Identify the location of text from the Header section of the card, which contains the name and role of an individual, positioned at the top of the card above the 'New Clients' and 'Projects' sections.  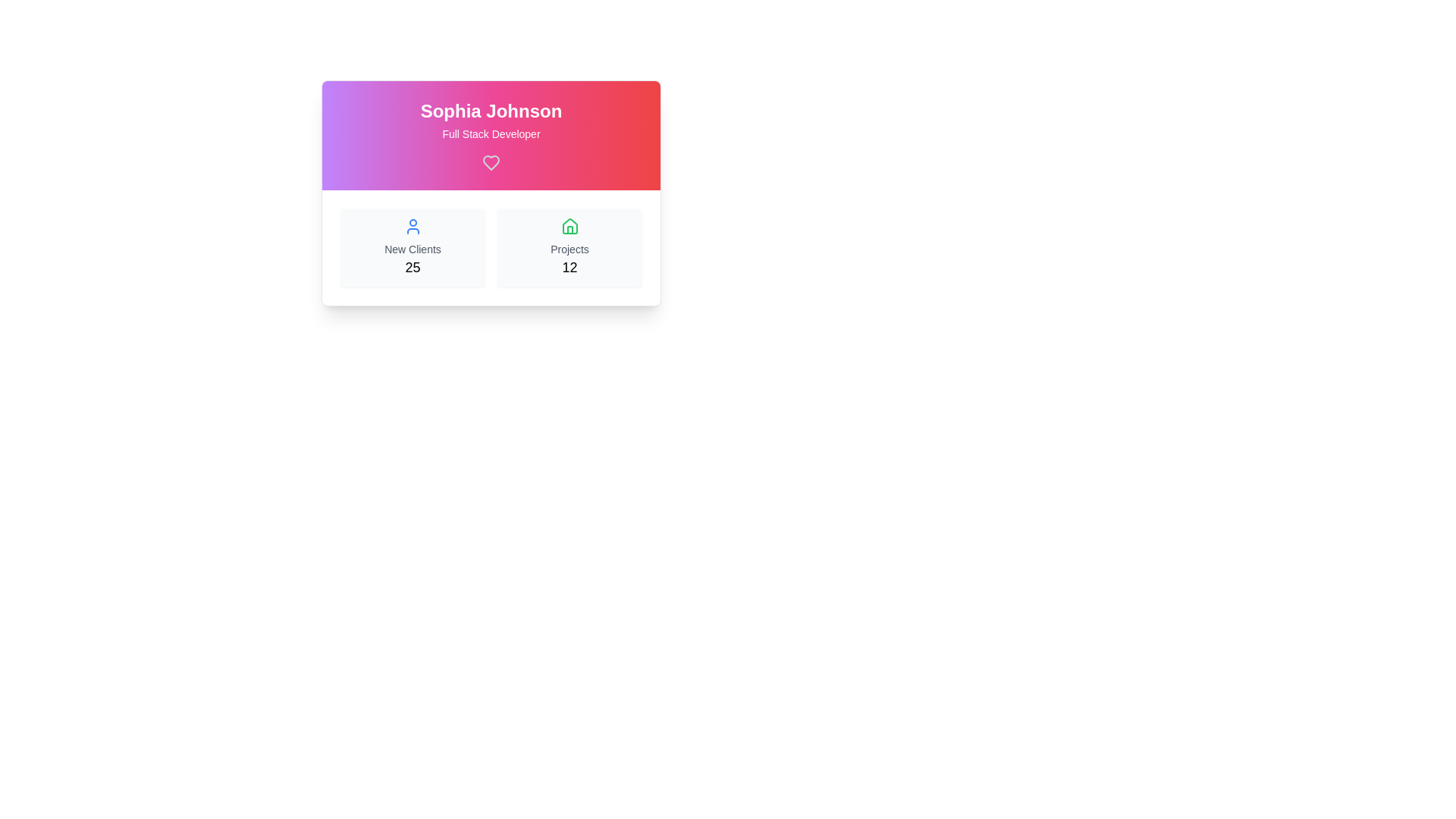
(491, 134).